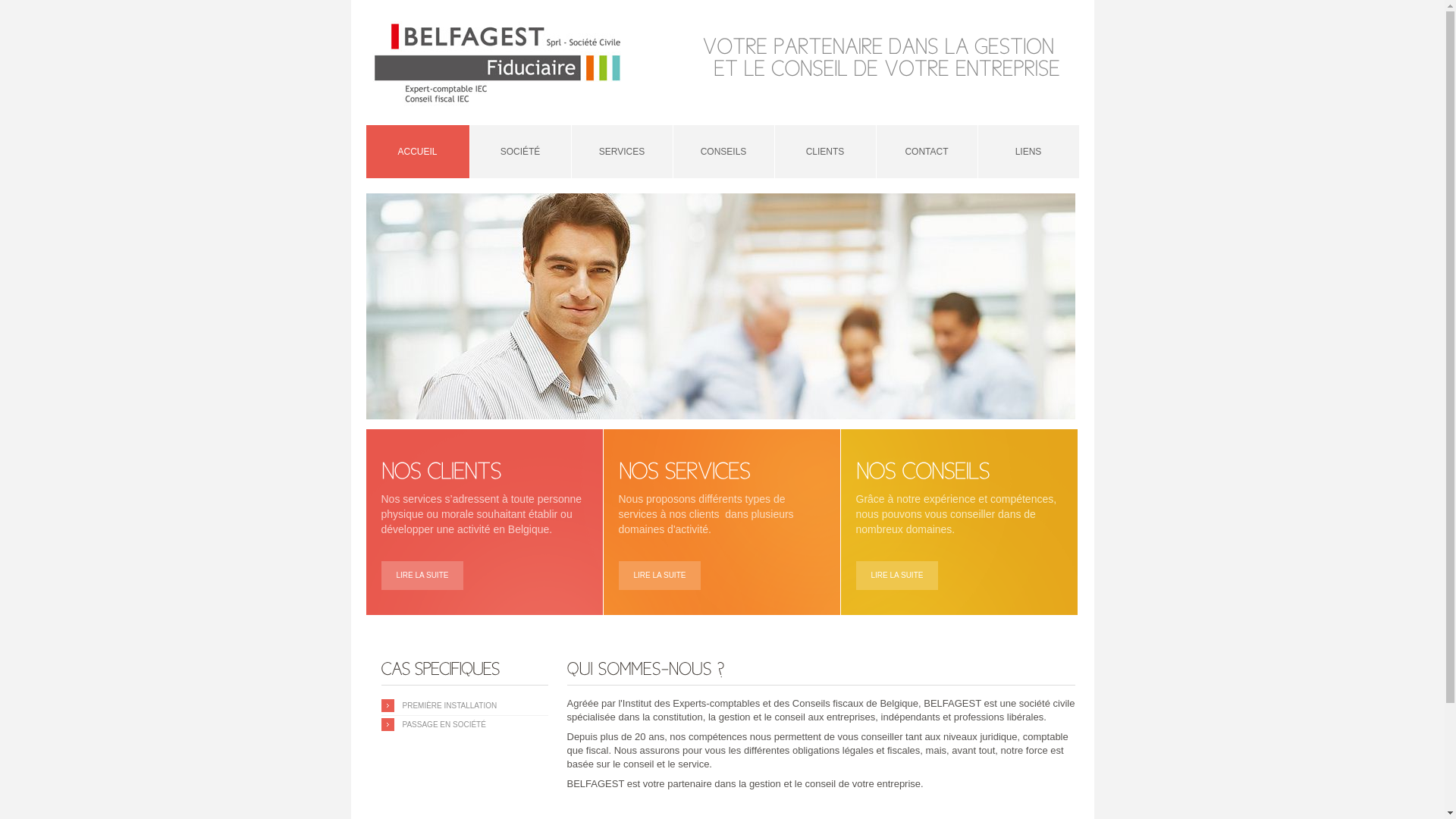  I want to click on 'CONSEILS', so click(723, 152).